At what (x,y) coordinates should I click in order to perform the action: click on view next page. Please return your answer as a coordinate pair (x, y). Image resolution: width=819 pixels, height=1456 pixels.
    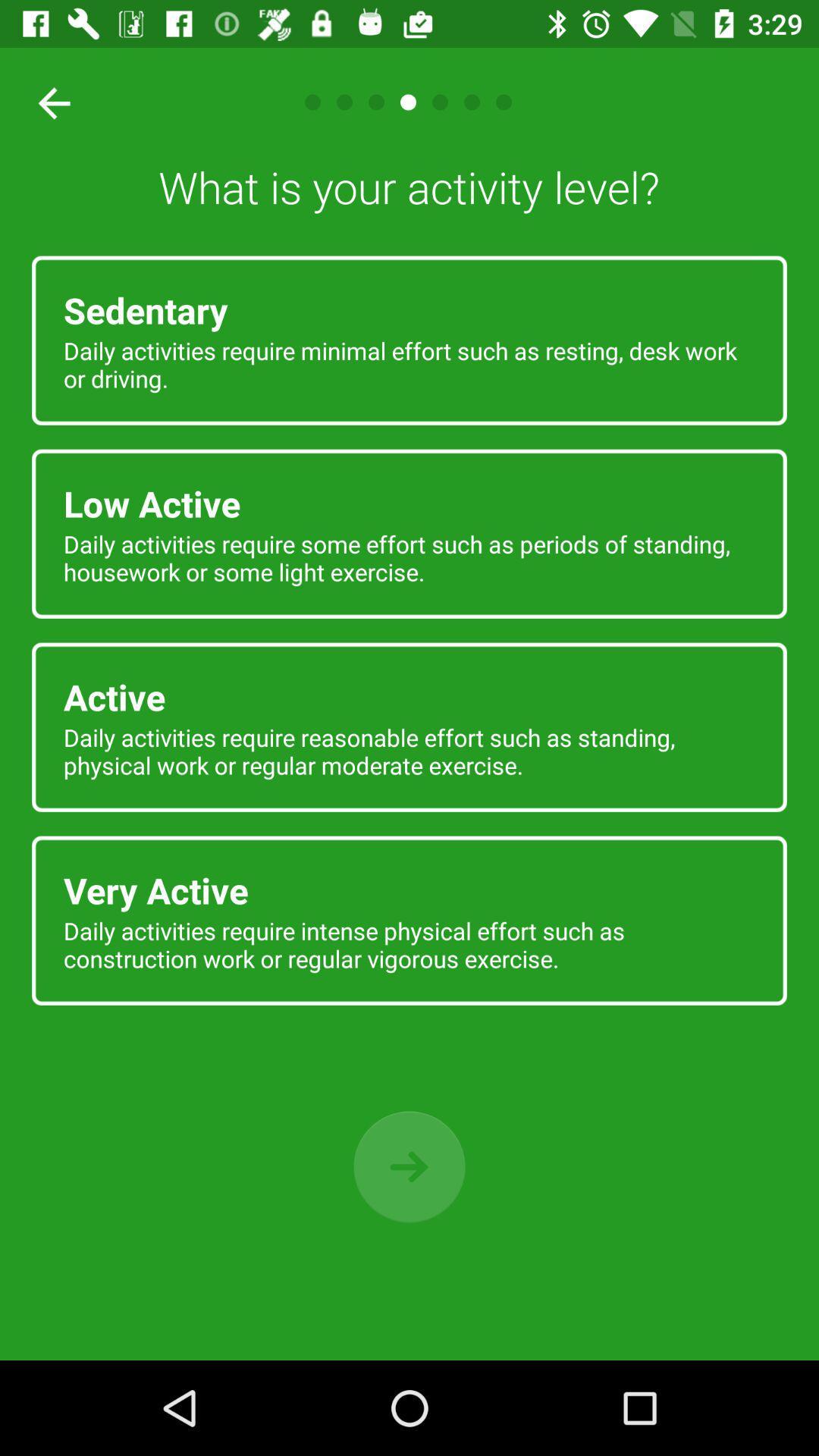
    Looking at the image, I should click on (409, 1166).